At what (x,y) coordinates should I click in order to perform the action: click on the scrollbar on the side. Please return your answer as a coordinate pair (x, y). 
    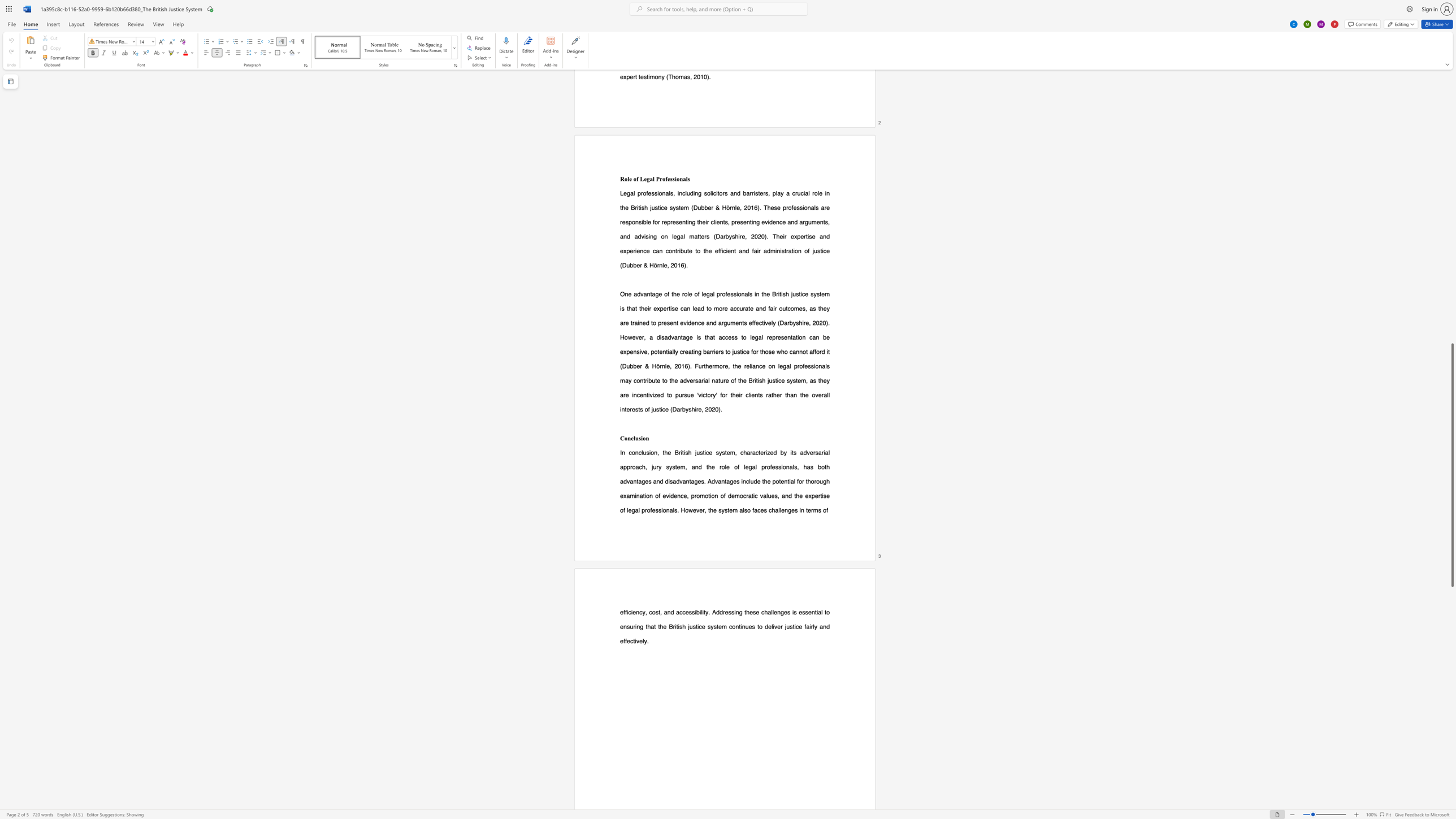
    Looking at the image, I should click on (1451, 140).